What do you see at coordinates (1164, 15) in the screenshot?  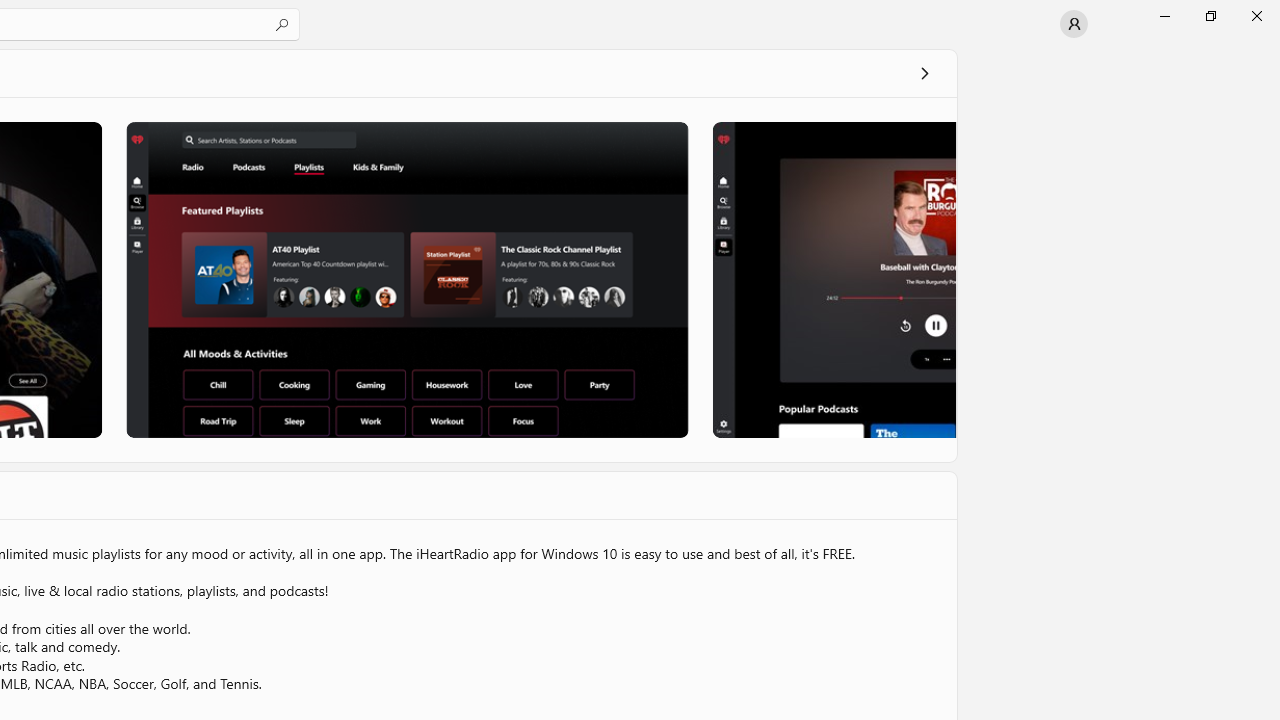 I see `'Minimize Microsoft Store'` at bounding box center [1164, 15].